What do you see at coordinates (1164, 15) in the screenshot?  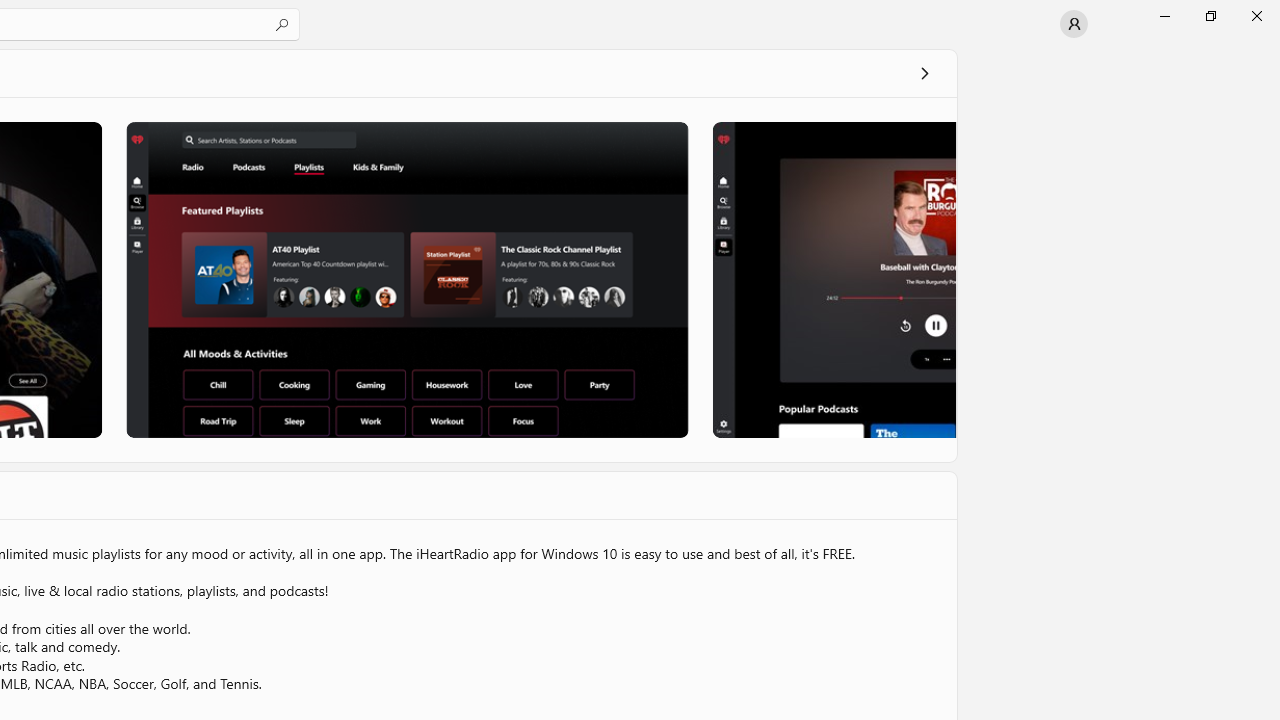 I see `'Minimize Microsoft Store'` at bounding box center [1164, 15].